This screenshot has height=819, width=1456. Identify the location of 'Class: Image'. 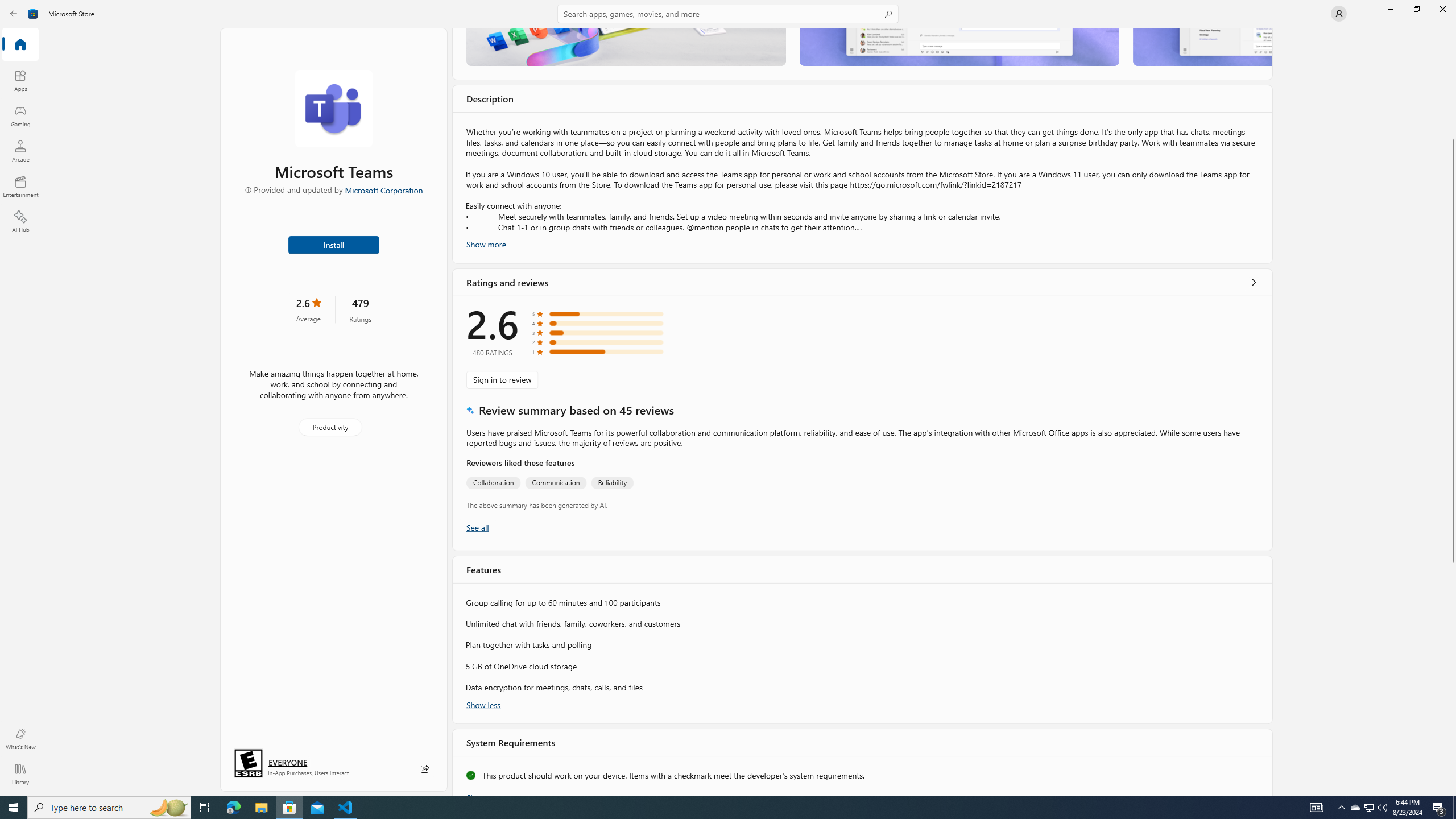
(16, 13).